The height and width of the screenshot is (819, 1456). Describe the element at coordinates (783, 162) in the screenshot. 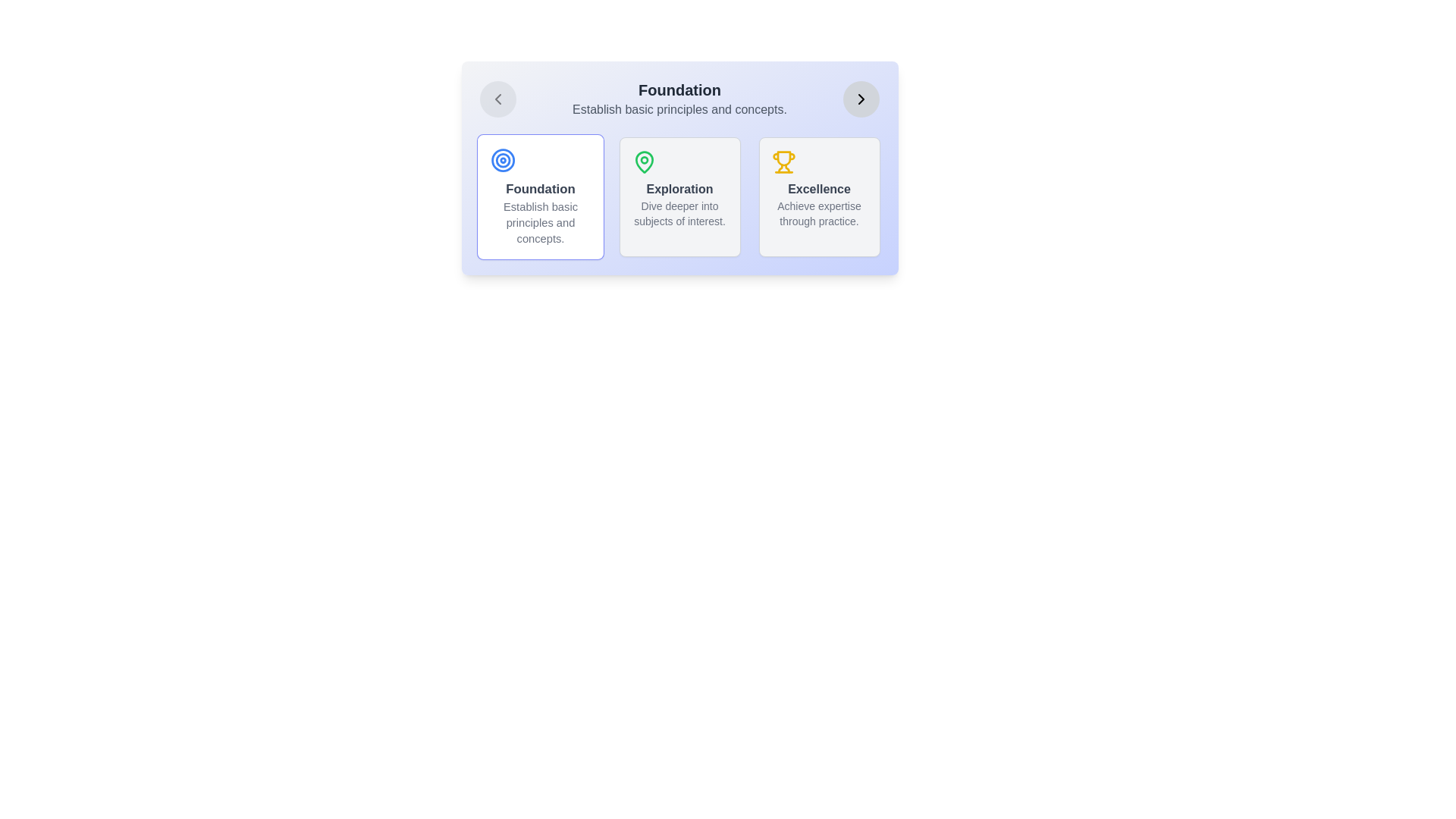

I see `the 'Excellence' icon located at the top of the rightmost card in a tri-card layout, which represents the concept of success and achievement` at that location.